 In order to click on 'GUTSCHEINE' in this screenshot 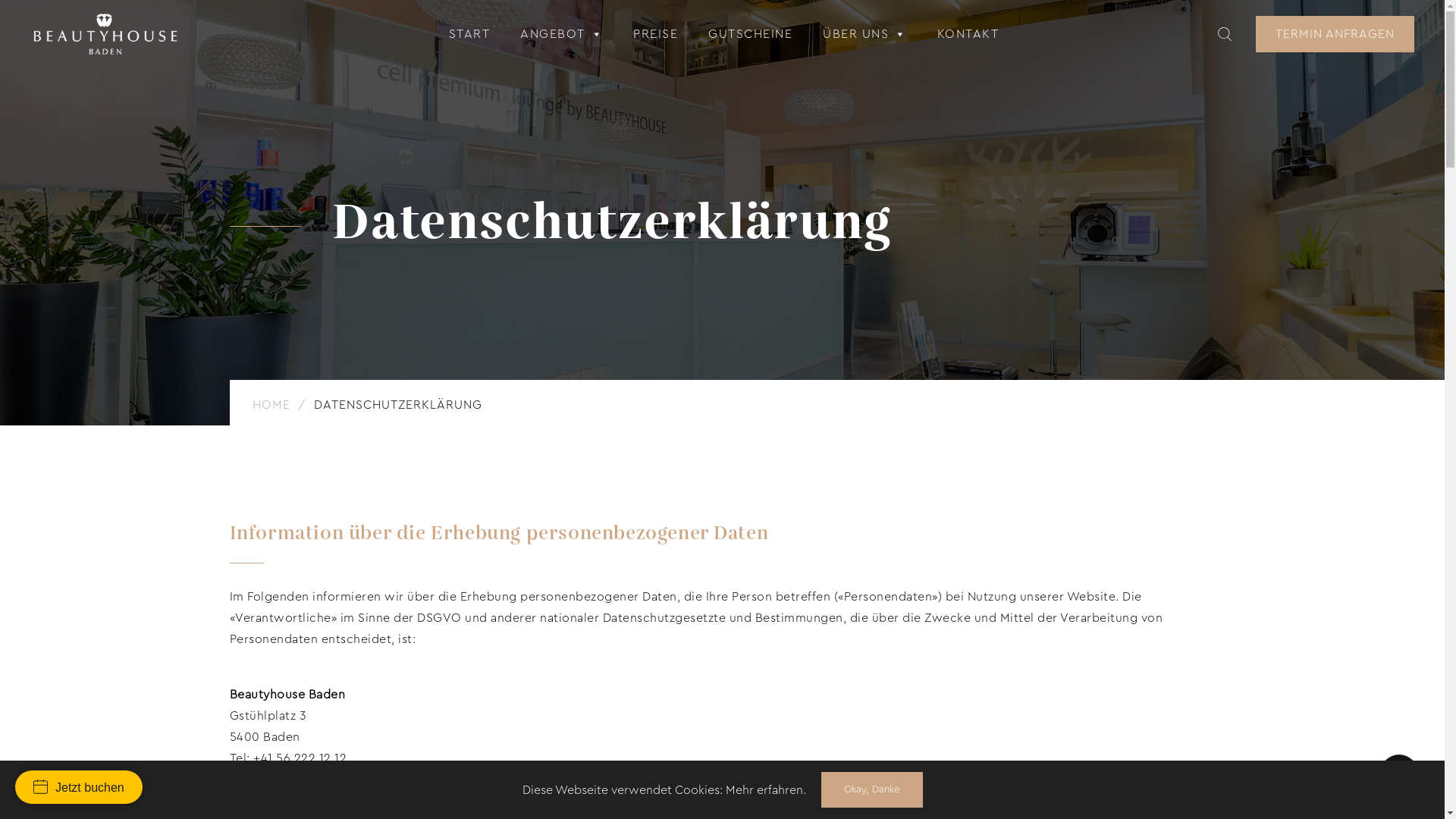, I will do `click(750, 34)`.